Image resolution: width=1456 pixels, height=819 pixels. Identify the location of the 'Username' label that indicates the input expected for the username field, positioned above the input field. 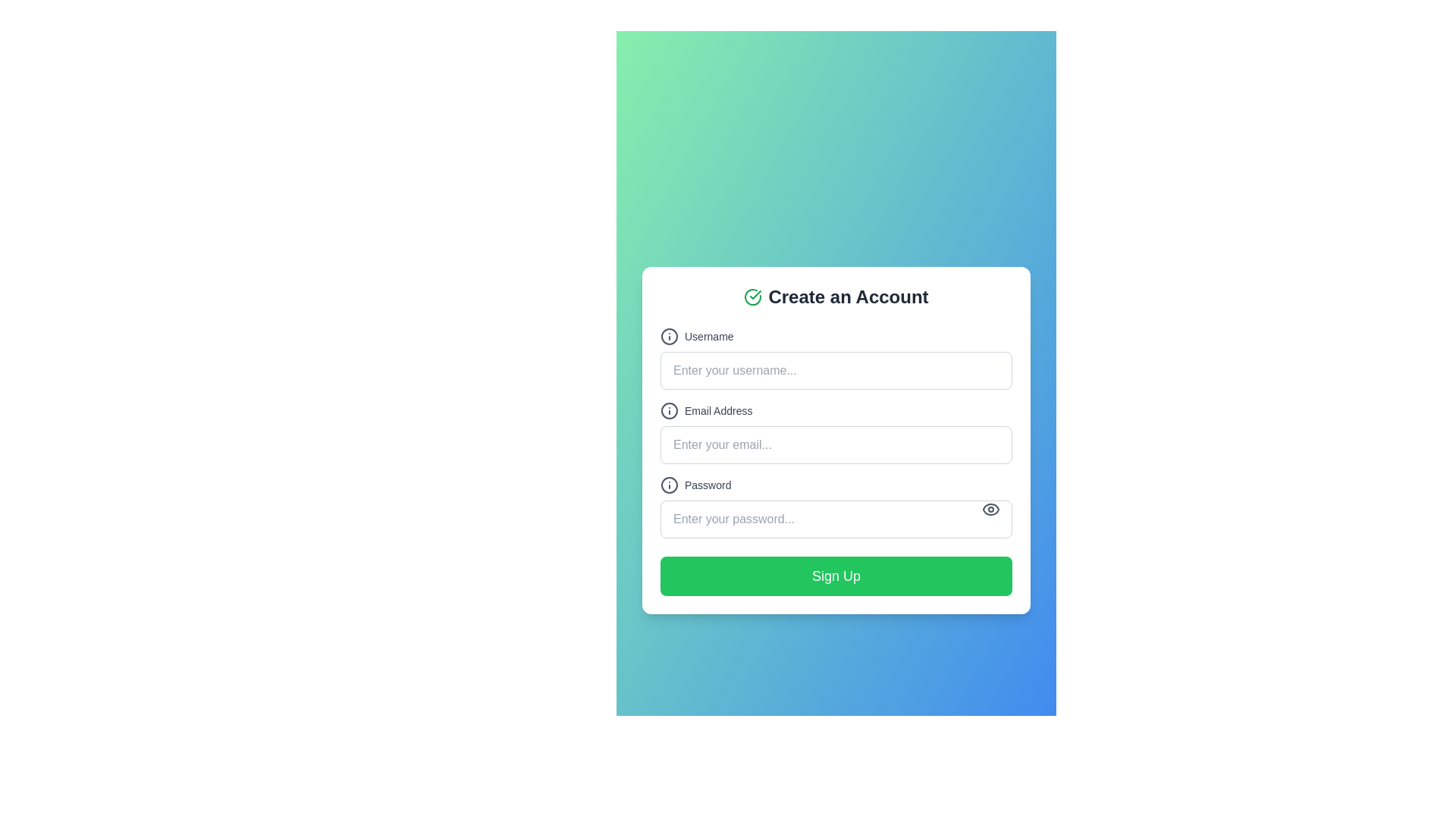
(708, 335).